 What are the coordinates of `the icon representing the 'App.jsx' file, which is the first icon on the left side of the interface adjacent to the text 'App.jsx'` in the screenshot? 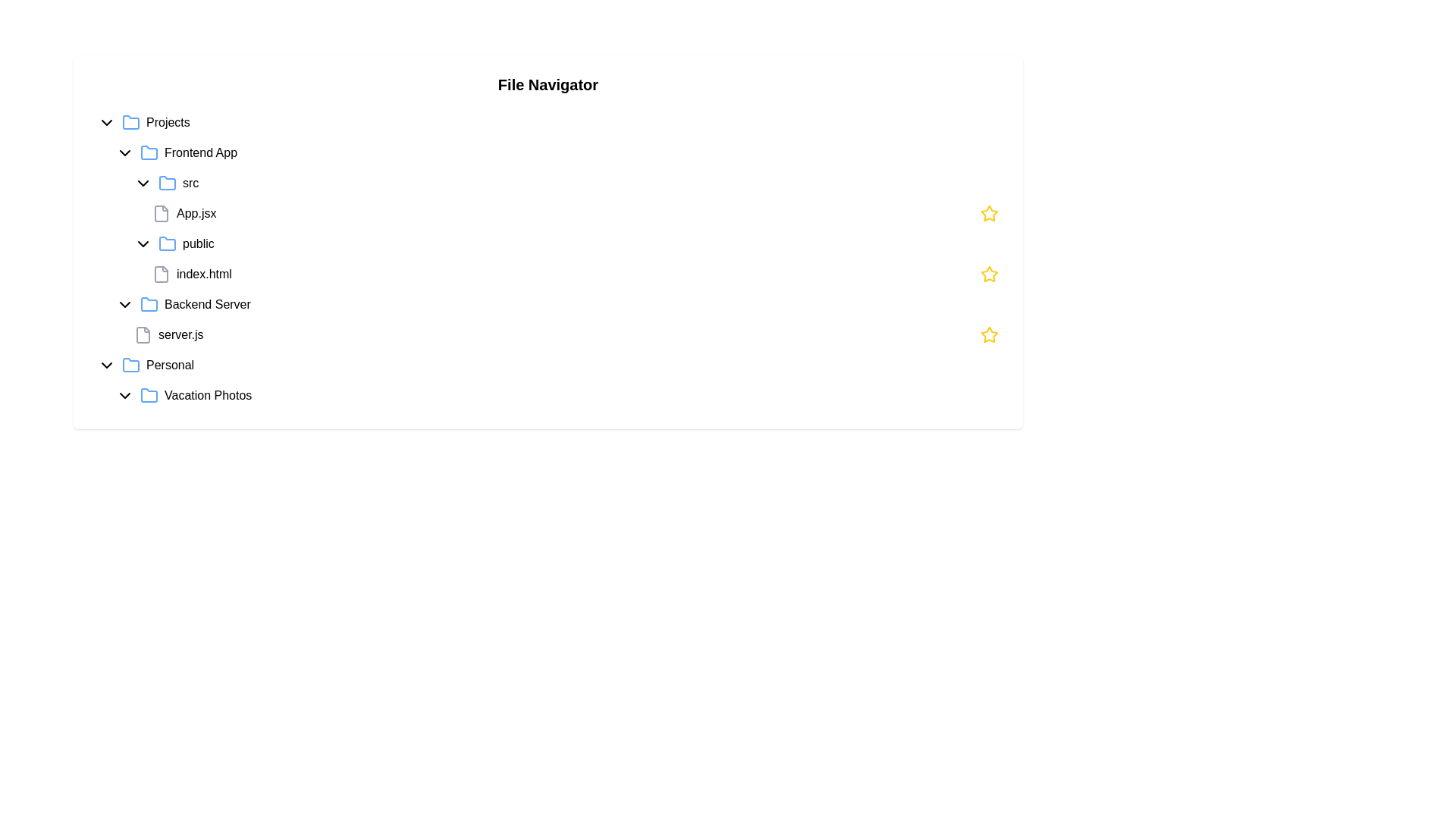 It's located at (161, 213).